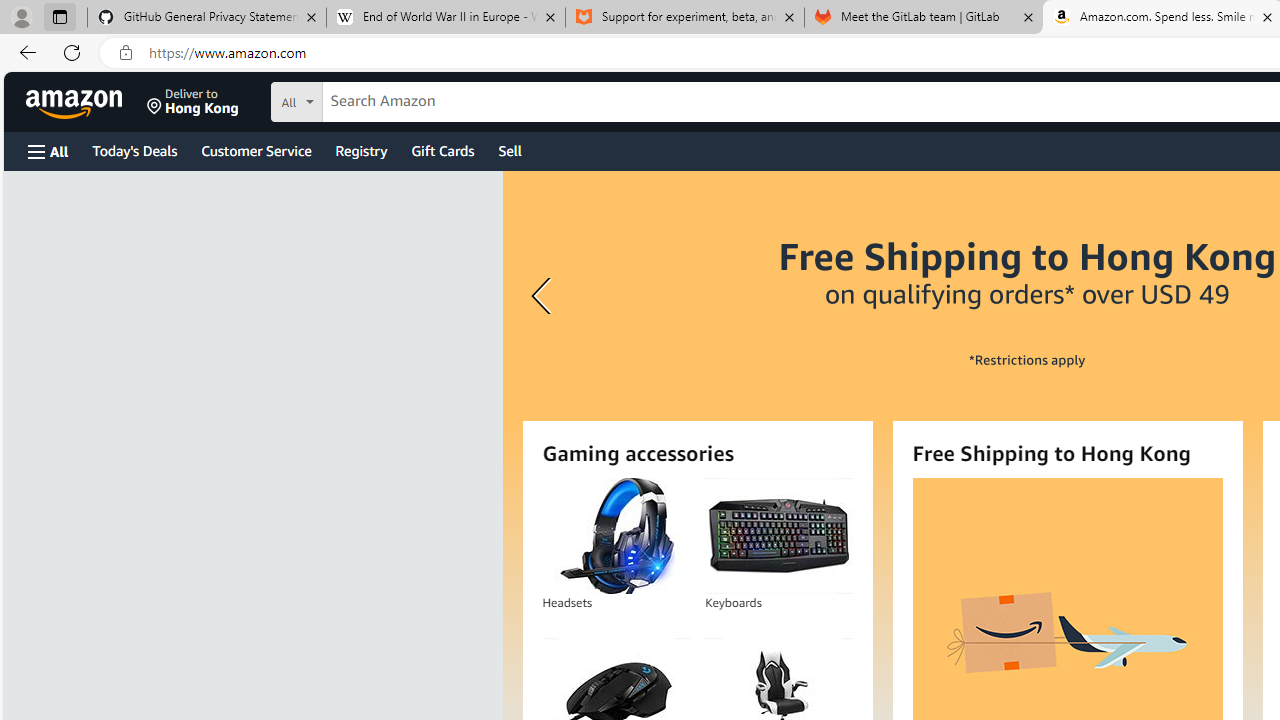 The image size is (1280, 720). Describe the element at coordinates (48, 150) in the screenshot. I see `'Open Menu'` at that location.